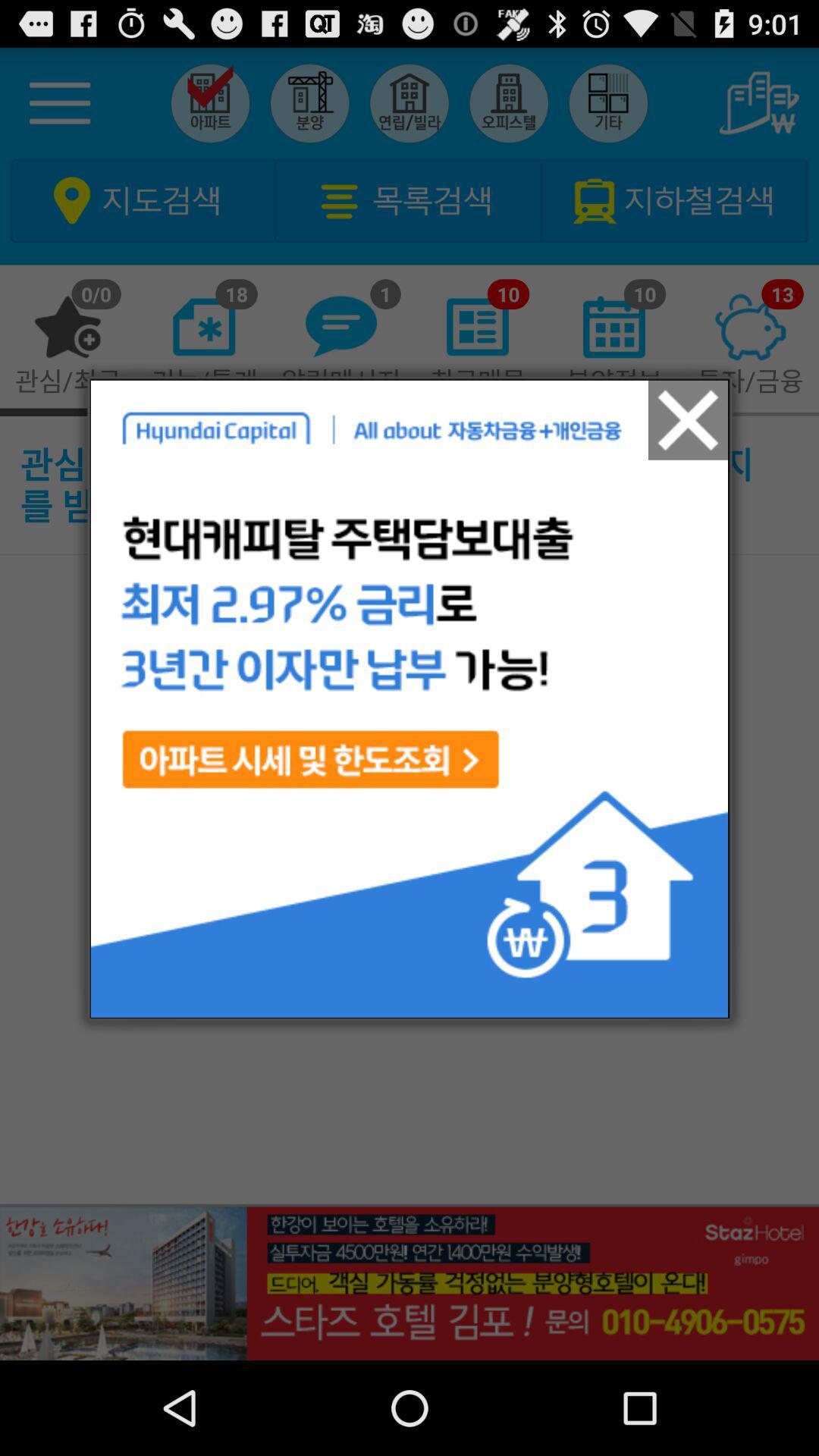 The width and height of the screenshot is (819, 1456). What do you see at coordinates (688, 420) in the screenshot?
I see `icon at the top right corner` at bounding box center [688, 420].